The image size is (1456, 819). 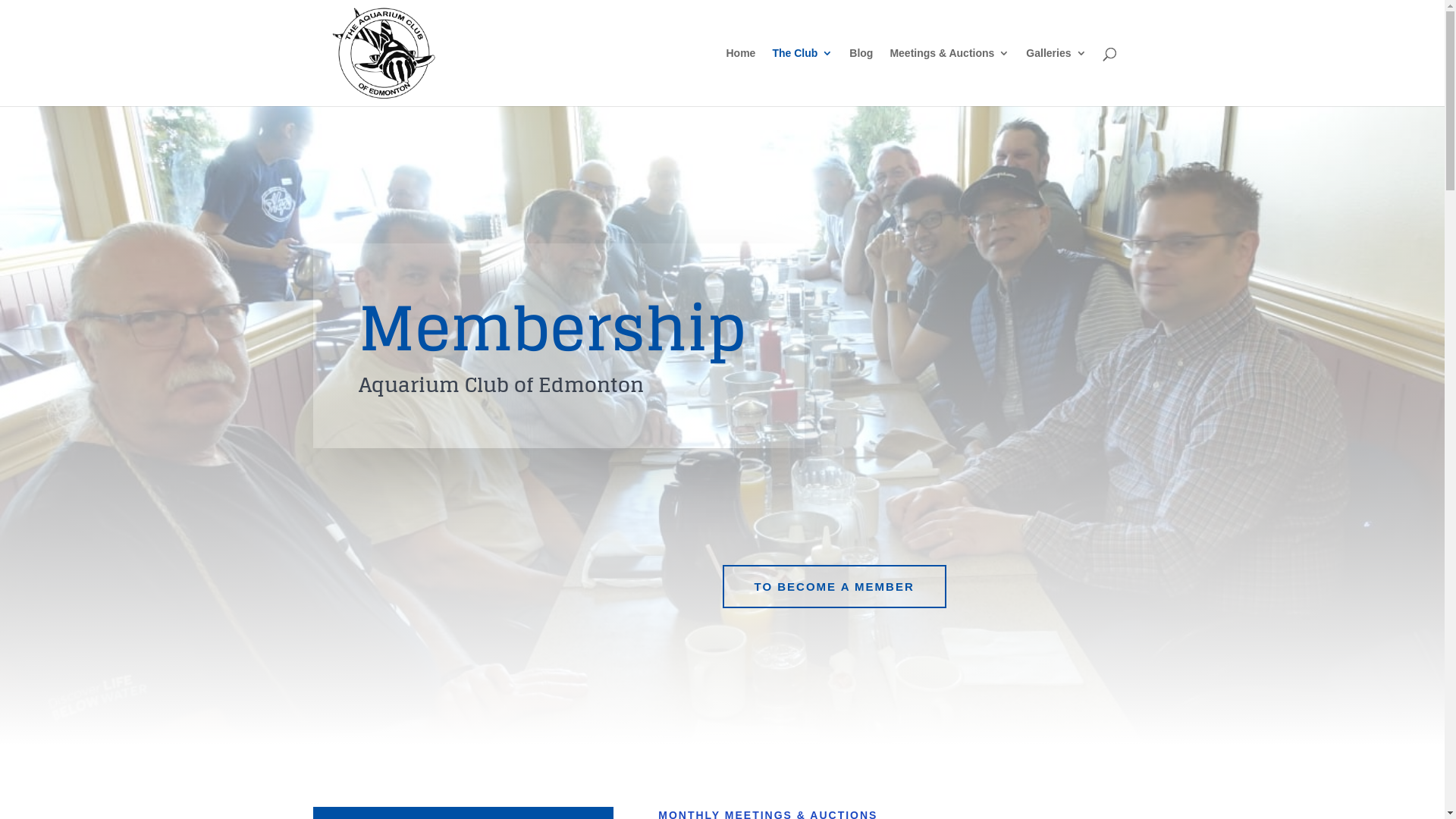 I want to click on 'TO BECOME A MEMBER', so click(x=833, y=586).